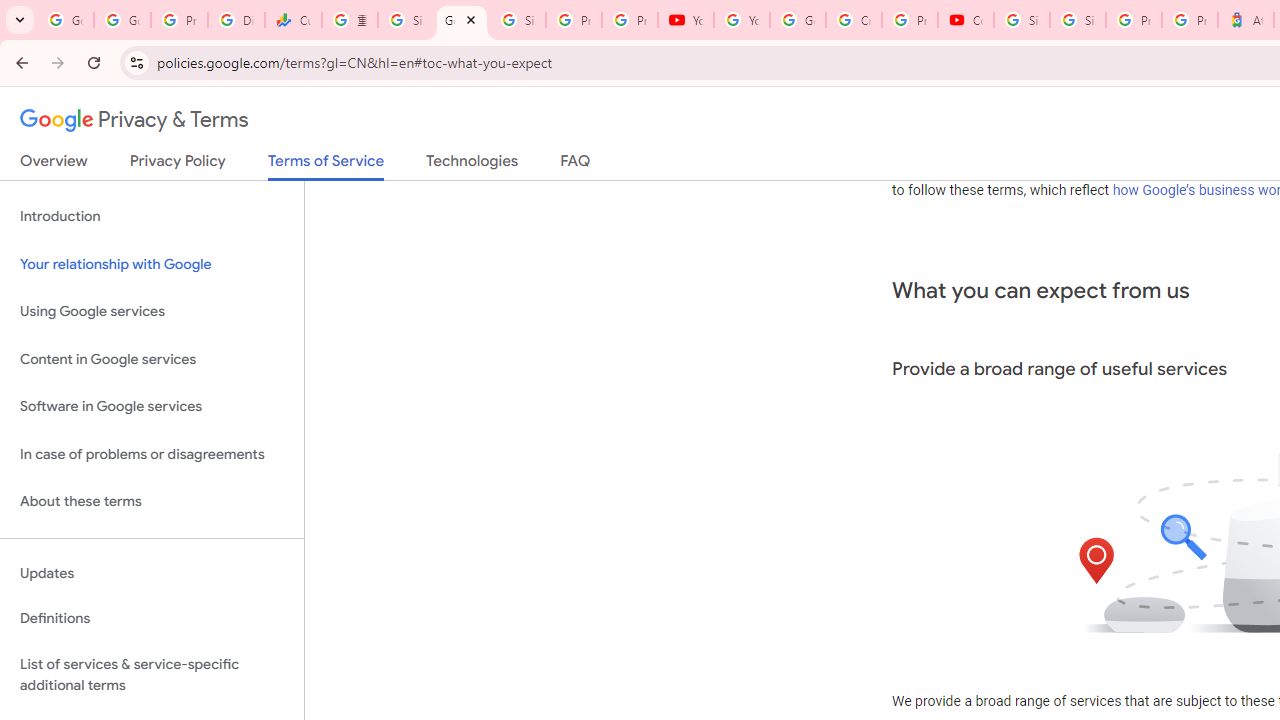 This screenshot has height=720, width=1280. What do you see at coordinates (151, 501) in the screenshot?
I see `'About these terms'` at bounding box center [151, 501].